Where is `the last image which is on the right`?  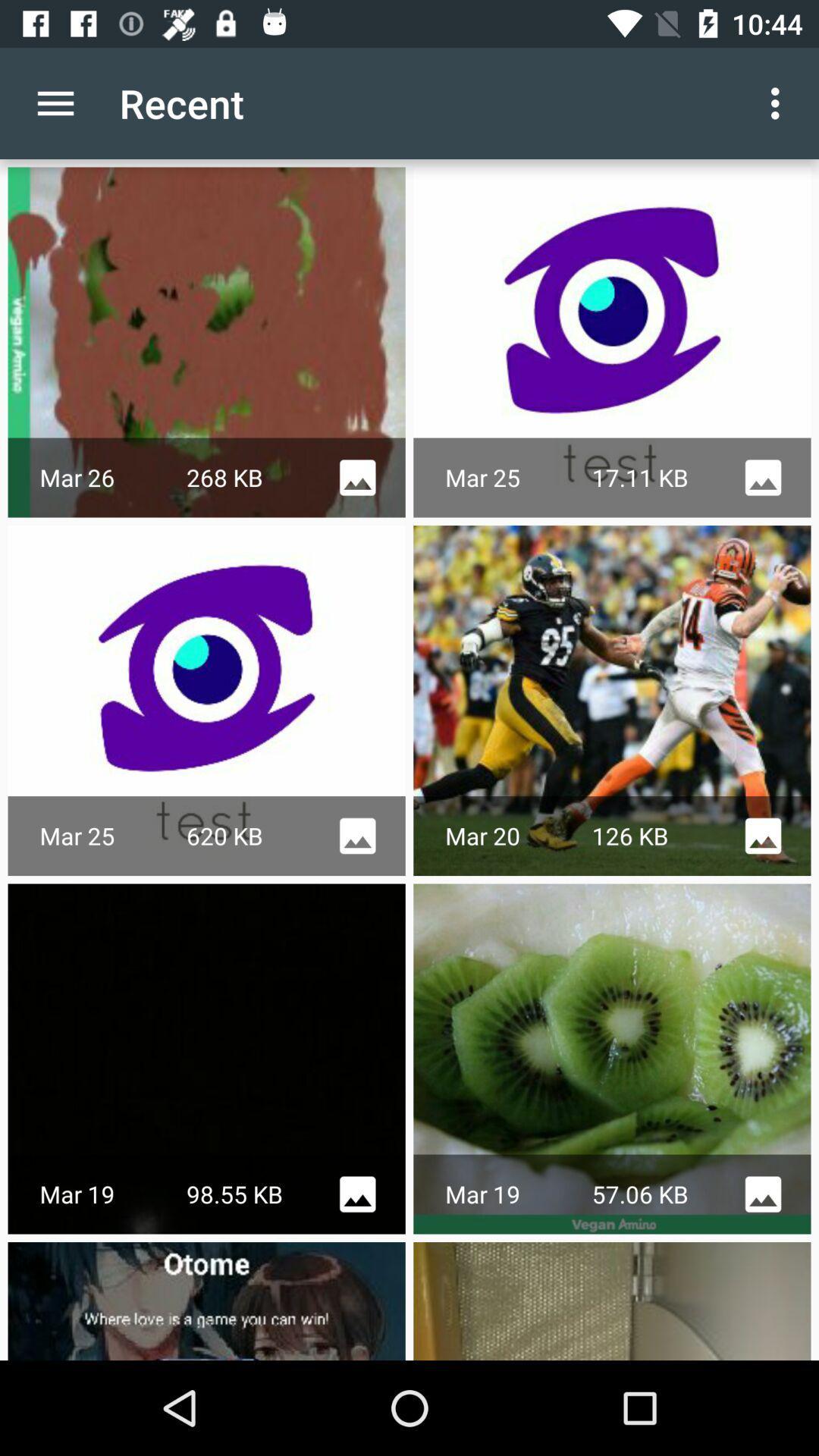 the last image which is on the right is located at coordinates (611, 1300).